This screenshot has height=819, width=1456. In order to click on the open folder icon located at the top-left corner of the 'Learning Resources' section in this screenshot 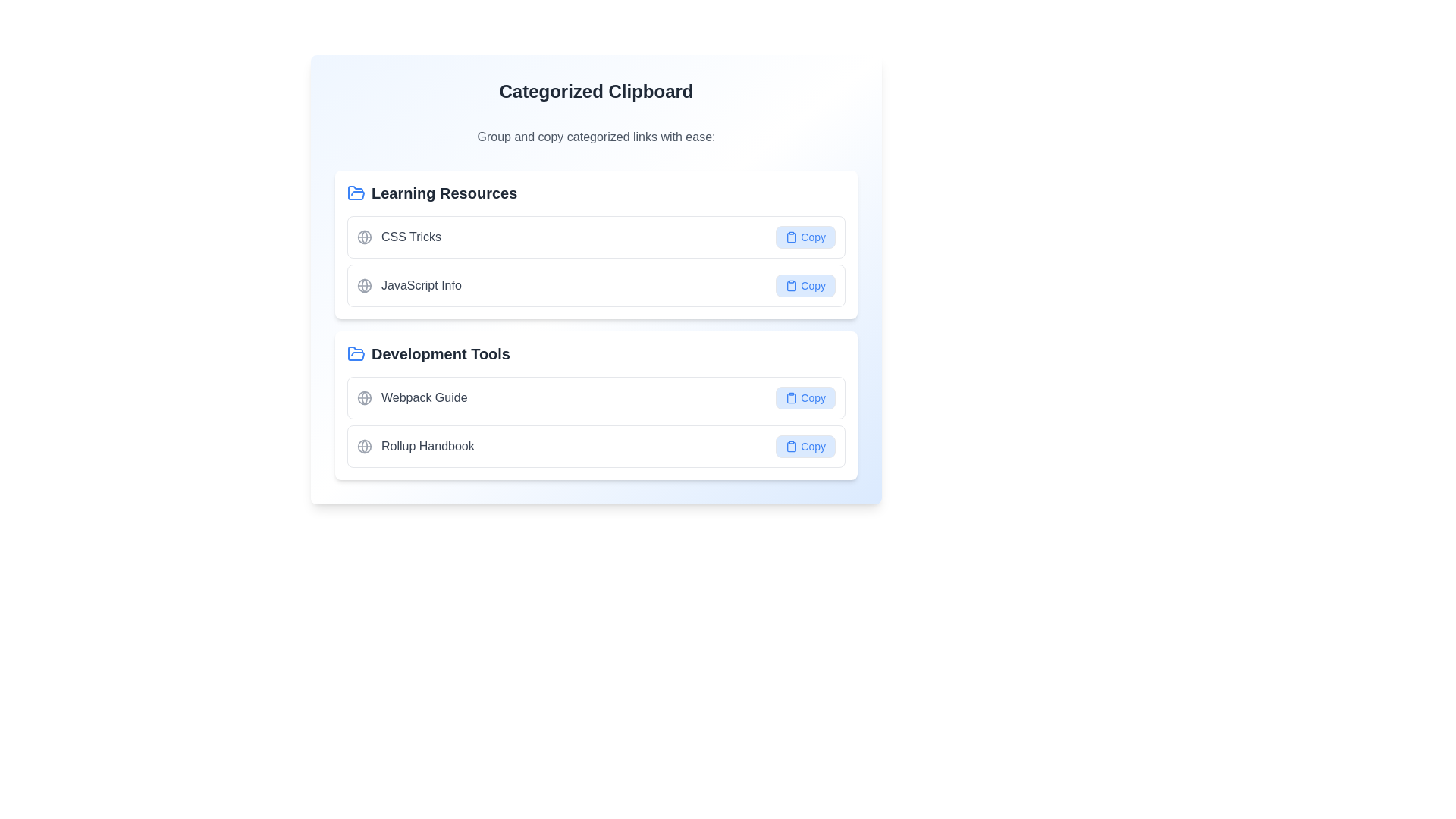, I will do `click(356, 192)`.